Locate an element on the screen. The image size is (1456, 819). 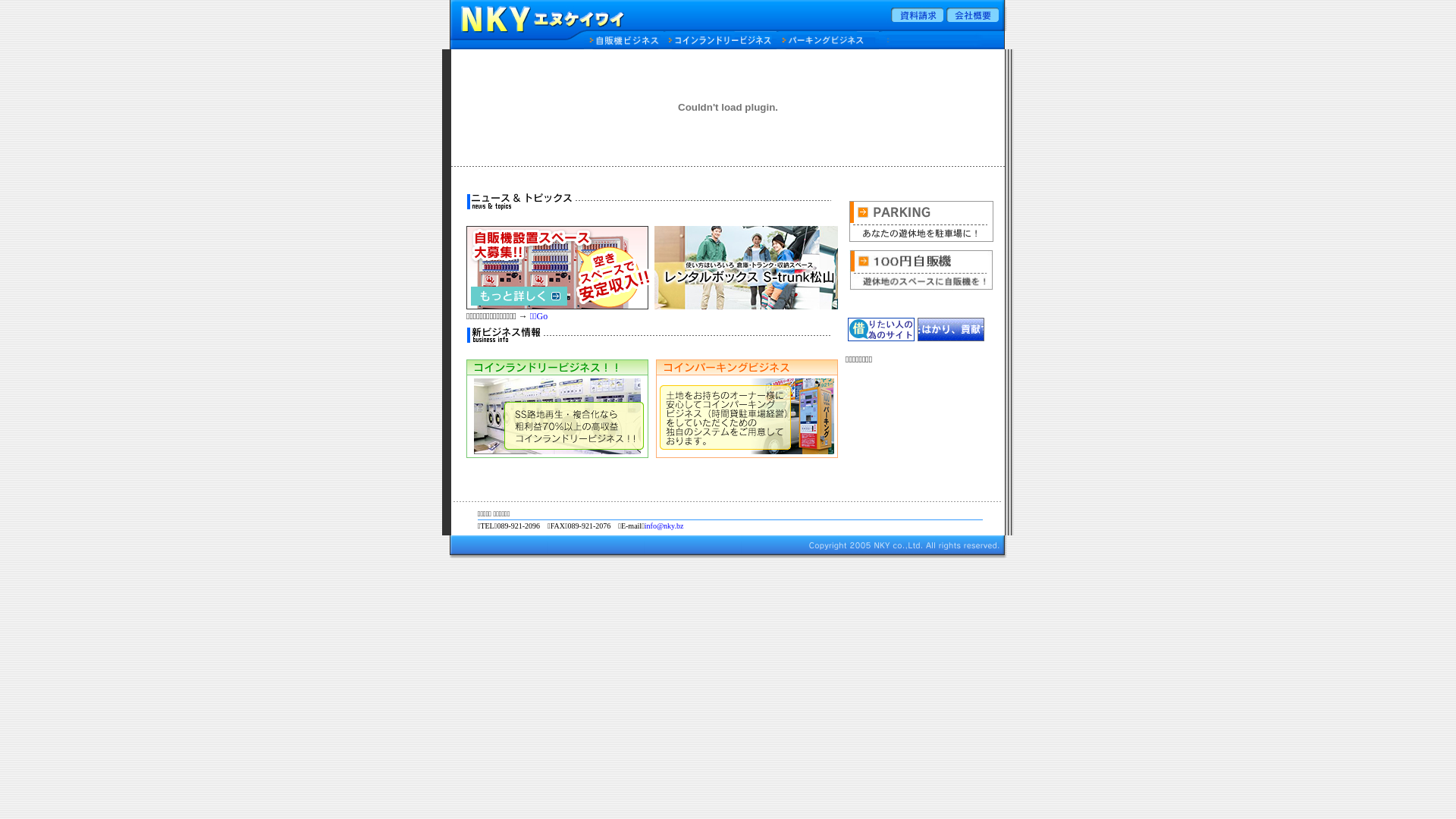
'info@nky.bz' is located at coordinates (644, 525).